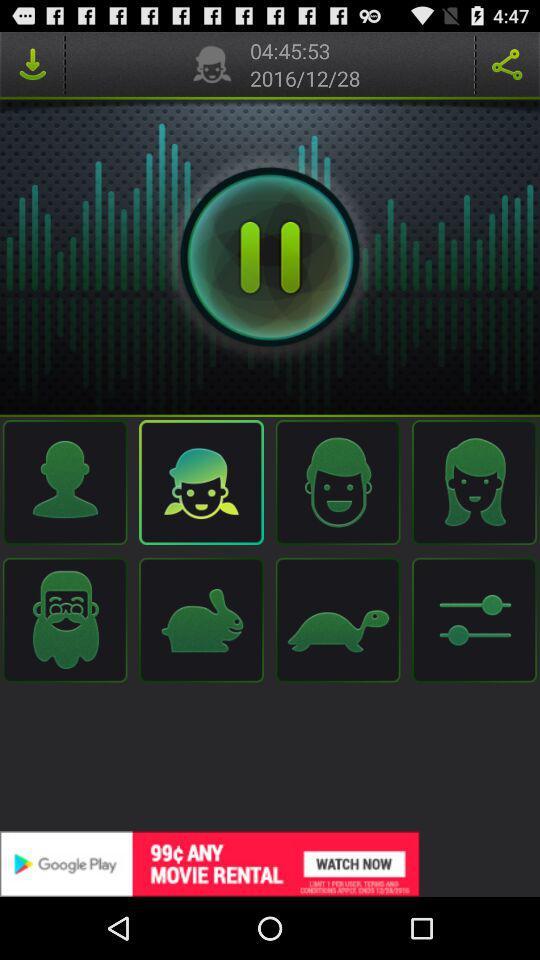  What do you see at coordinates (473, 619) in the screenshot?
I see `the left corner image which is beside of the turtle image` at bounding box center [473, 619].